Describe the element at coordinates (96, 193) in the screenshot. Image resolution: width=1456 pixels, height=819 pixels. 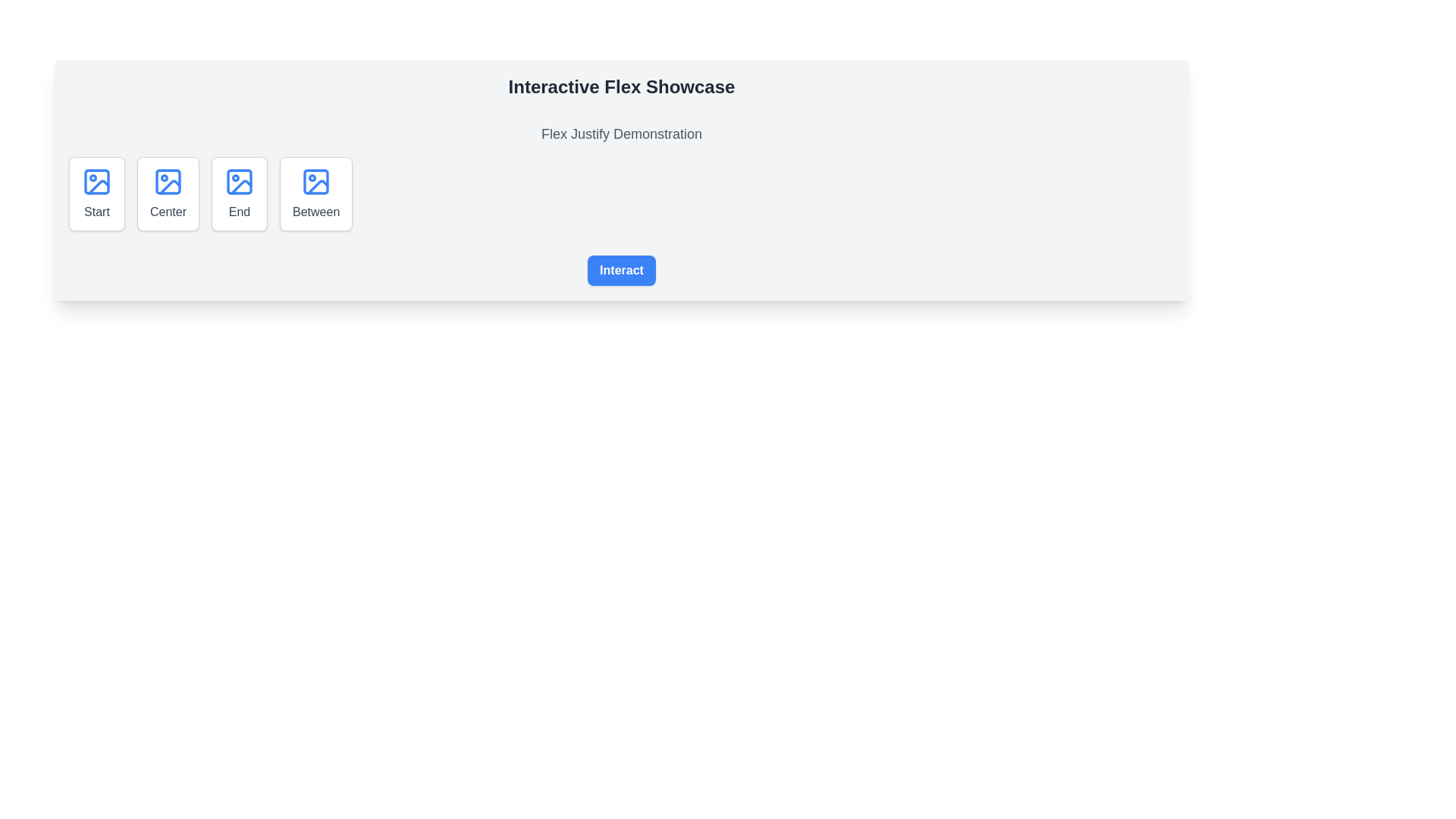
I see `the Composite component labeled 'Start' which contains an icon and a label` at that location.